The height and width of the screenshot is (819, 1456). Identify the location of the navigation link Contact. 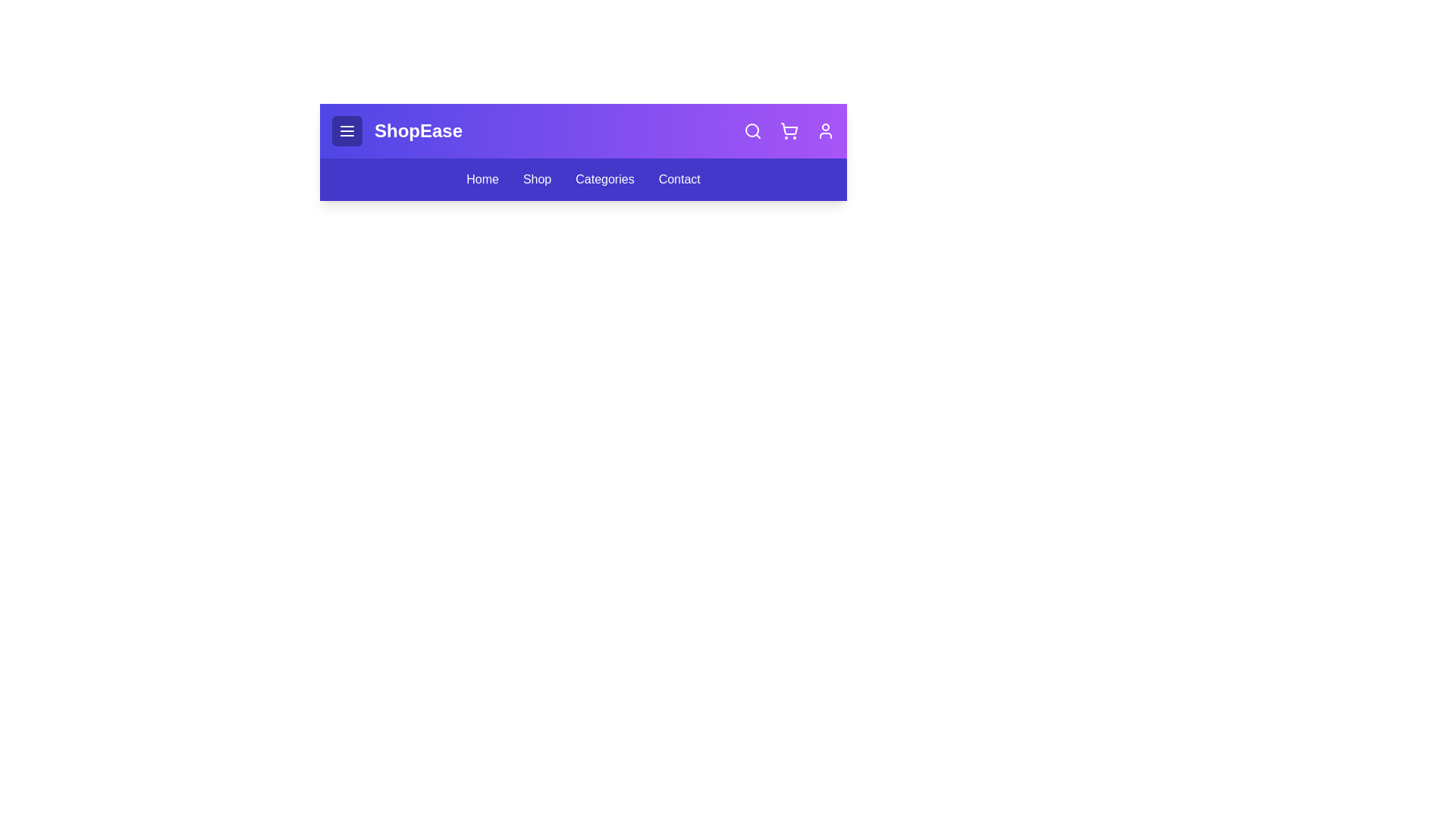
(679, 178).